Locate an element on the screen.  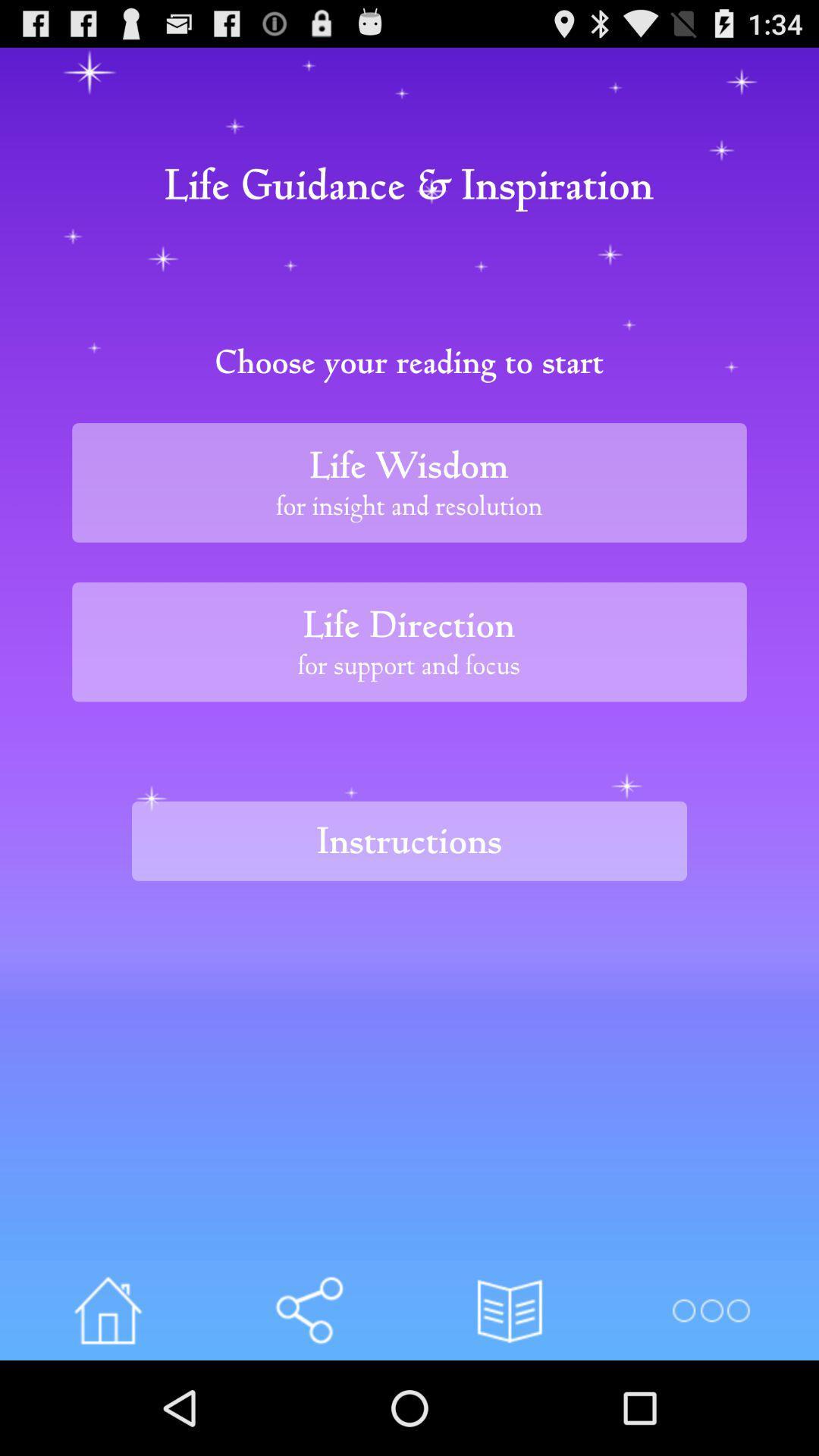
icon below instructions is located at coordinates (711, 1310).